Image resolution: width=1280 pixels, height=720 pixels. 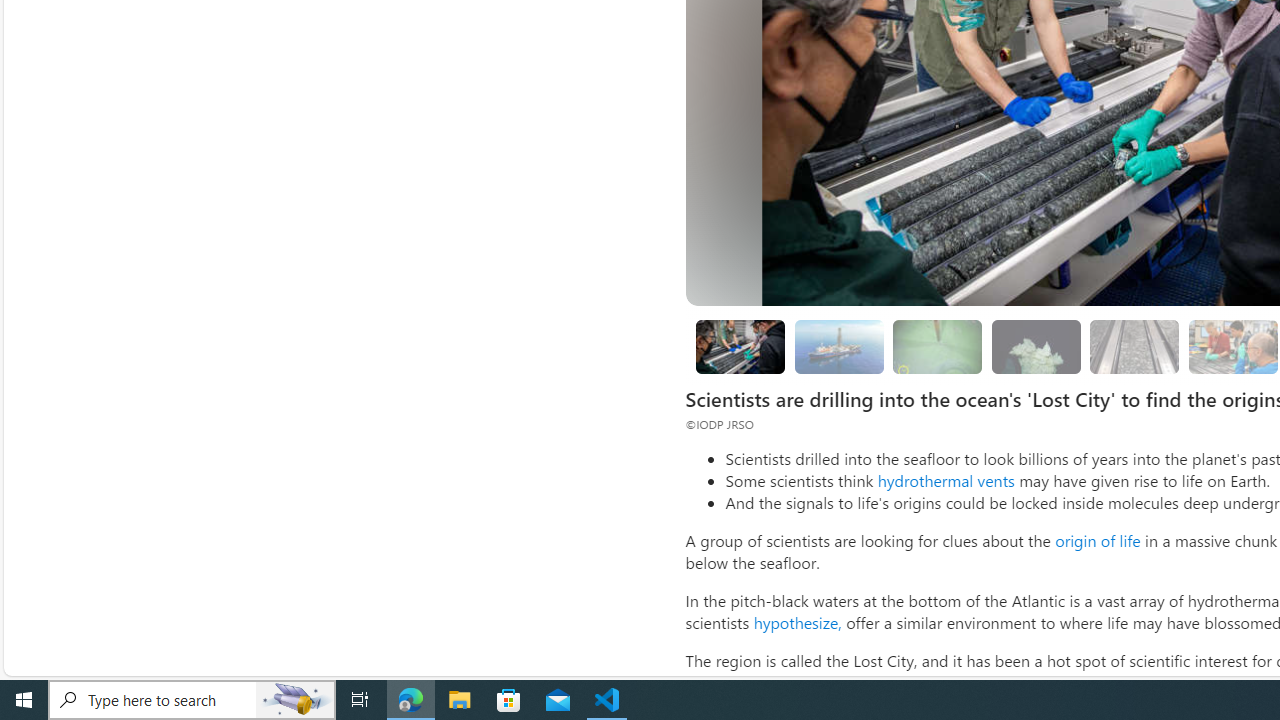 What do you see at coordinates (1231, 345) in the screenshot?
I see `'Looking for evidence of oxygen-free life'` at bounding box center [1231, 345].